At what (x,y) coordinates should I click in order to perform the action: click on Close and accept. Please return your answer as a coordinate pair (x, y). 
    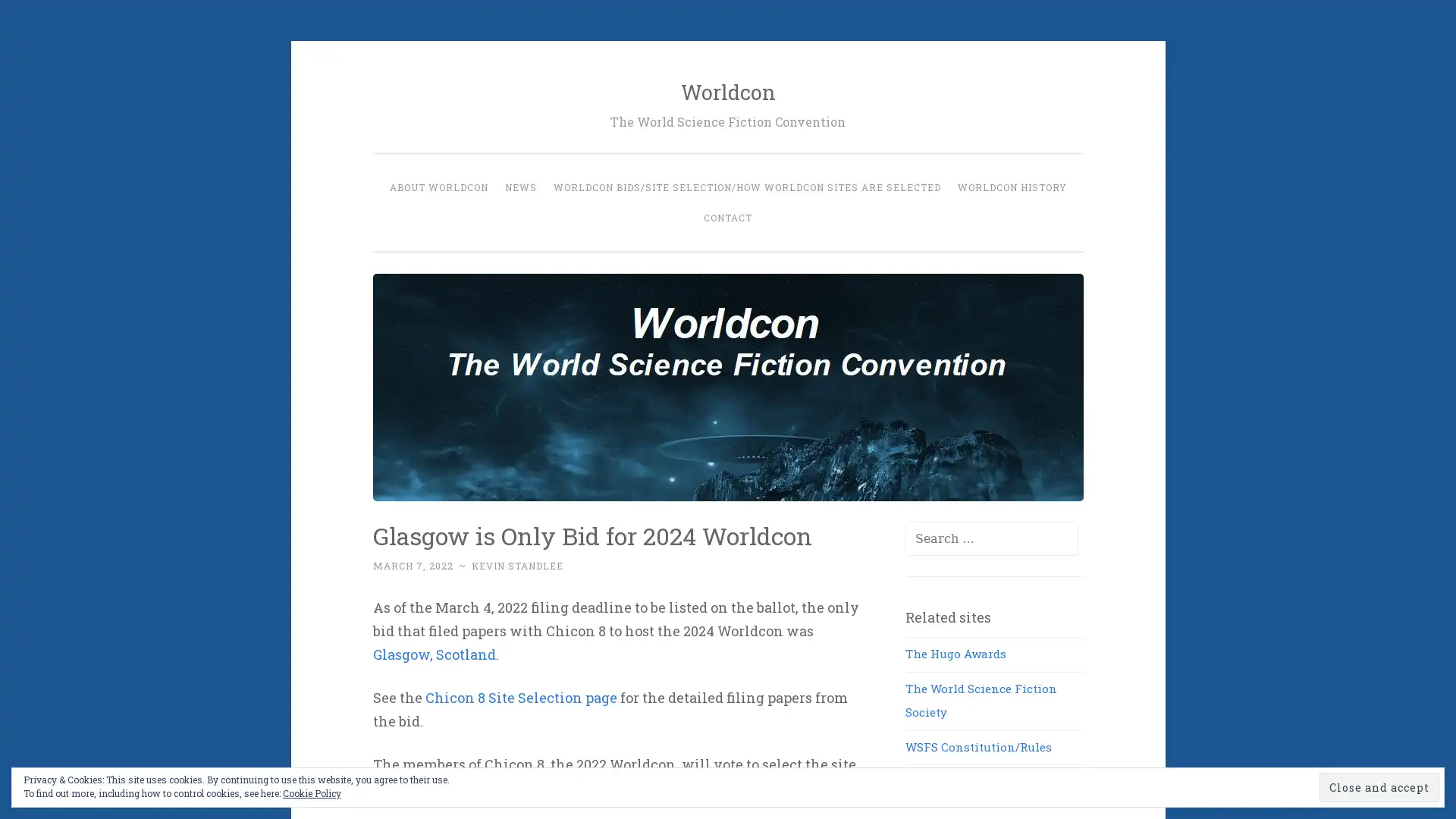
    Looking at the image, I should click on (1379, 786).